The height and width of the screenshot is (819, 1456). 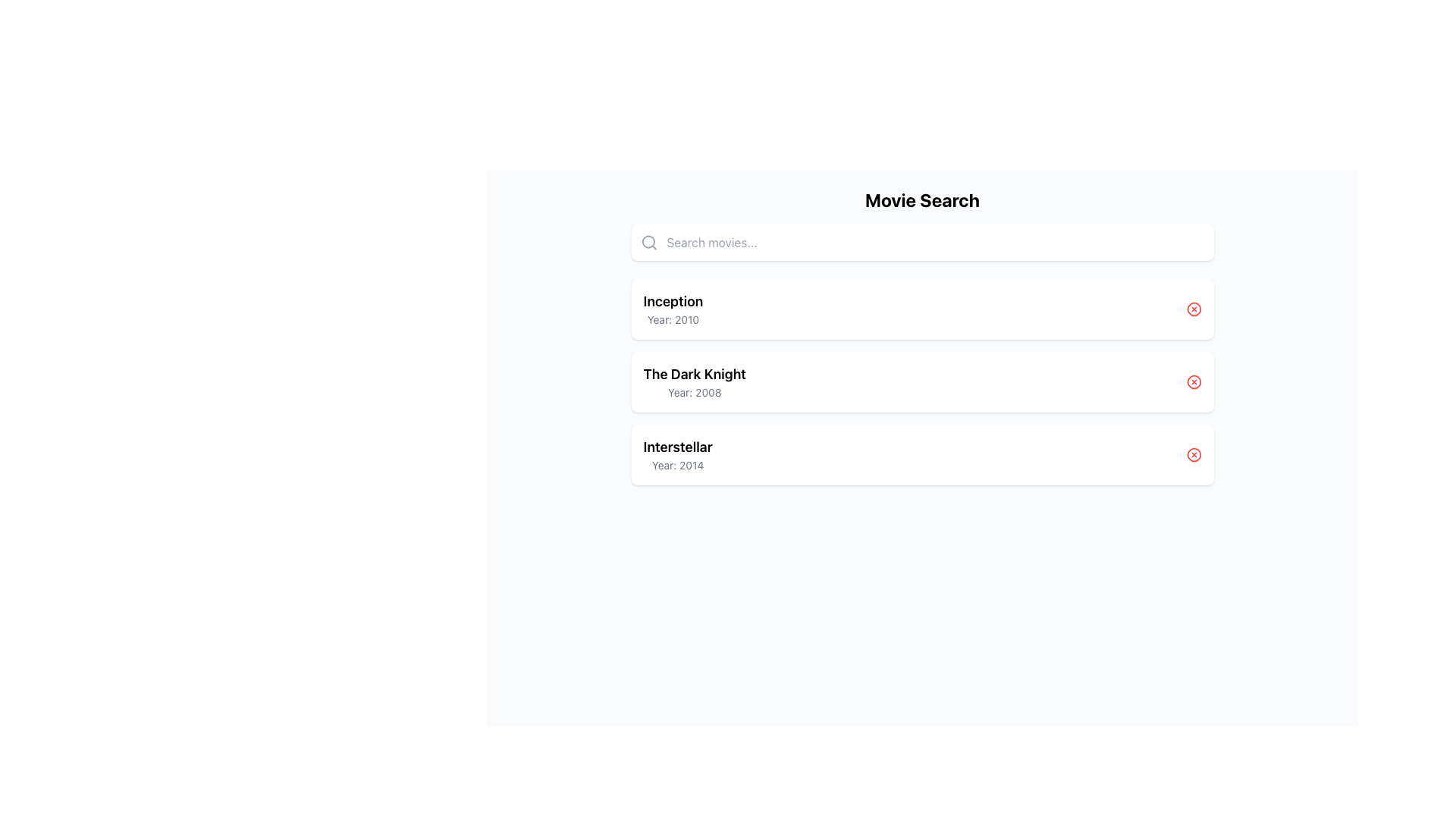 What do you see at coordinates (921, 381) in the screenshot?
I see `the movie entry 'The Dark Knight' (2008)` at bounding box center [921, 381].